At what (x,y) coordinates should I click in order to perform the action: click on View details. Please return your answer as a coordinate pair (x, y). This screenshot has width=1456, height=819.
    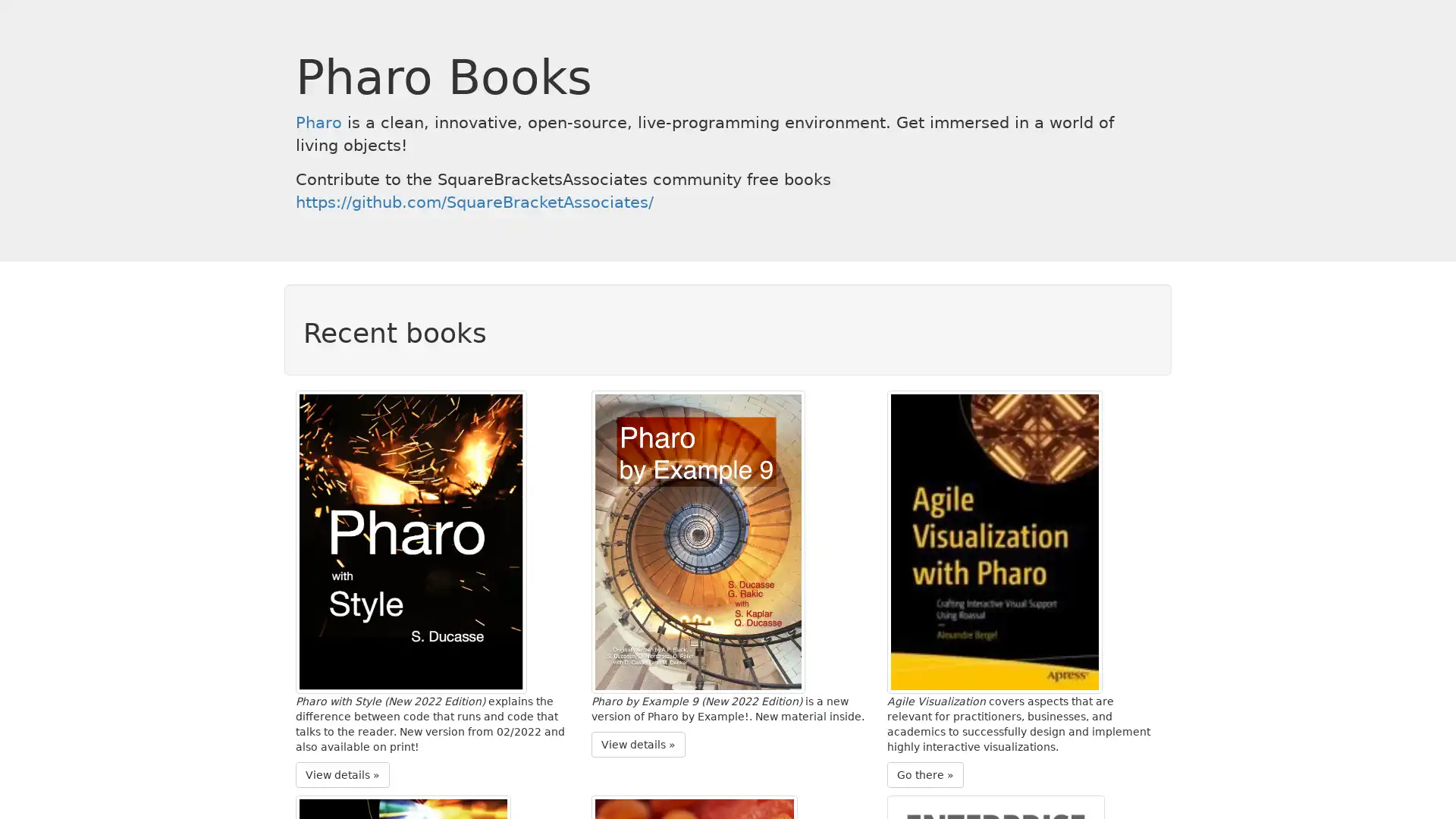
    Looking at the image, I should click on (638, 742).